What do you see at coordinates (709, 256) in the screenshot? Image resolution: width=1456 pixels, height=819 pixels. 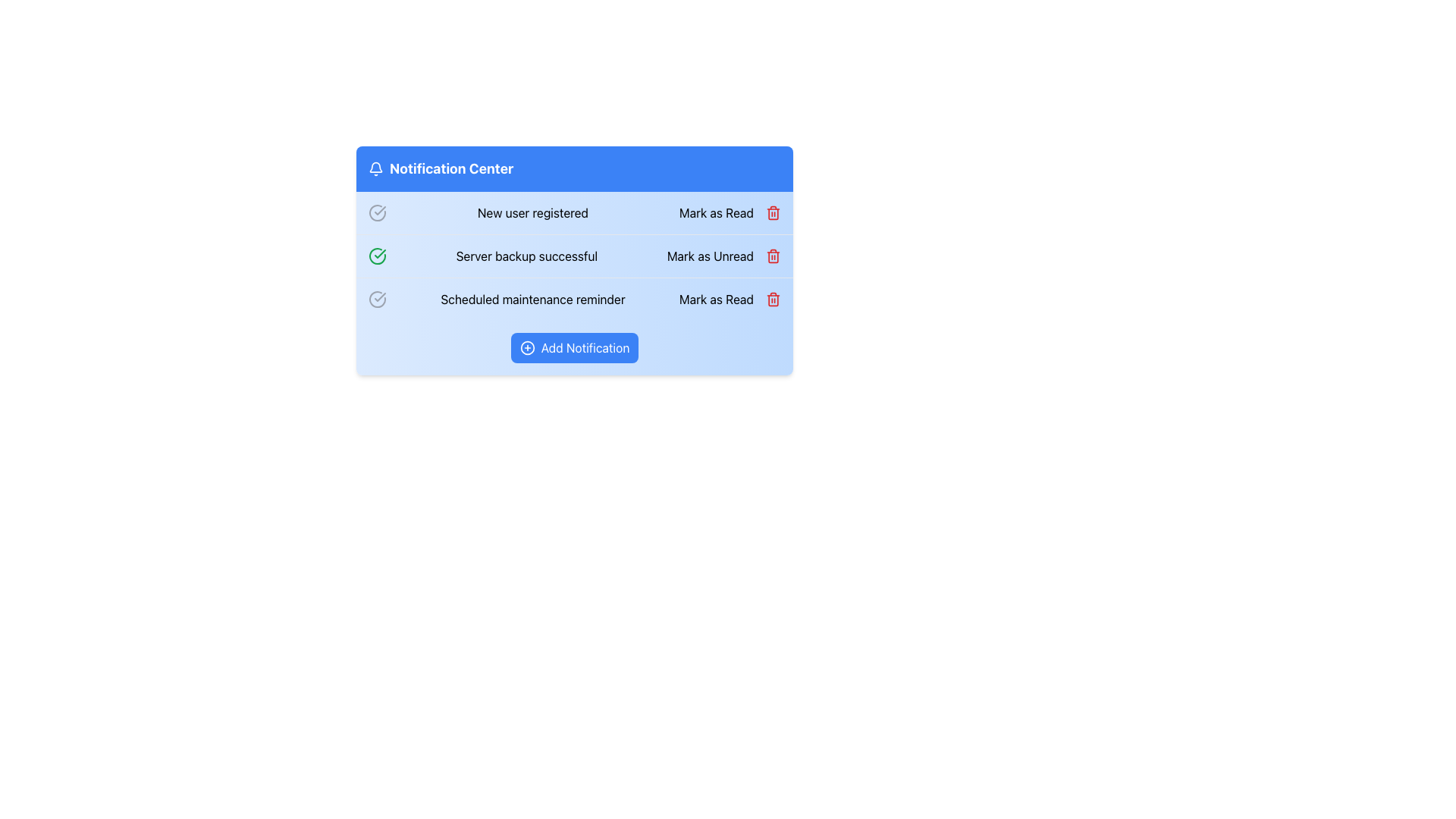 I see `the 'Mark as Unread' button located at the far-right end of the 'Server backup successful' notification block` at bounding box center [709, 256].